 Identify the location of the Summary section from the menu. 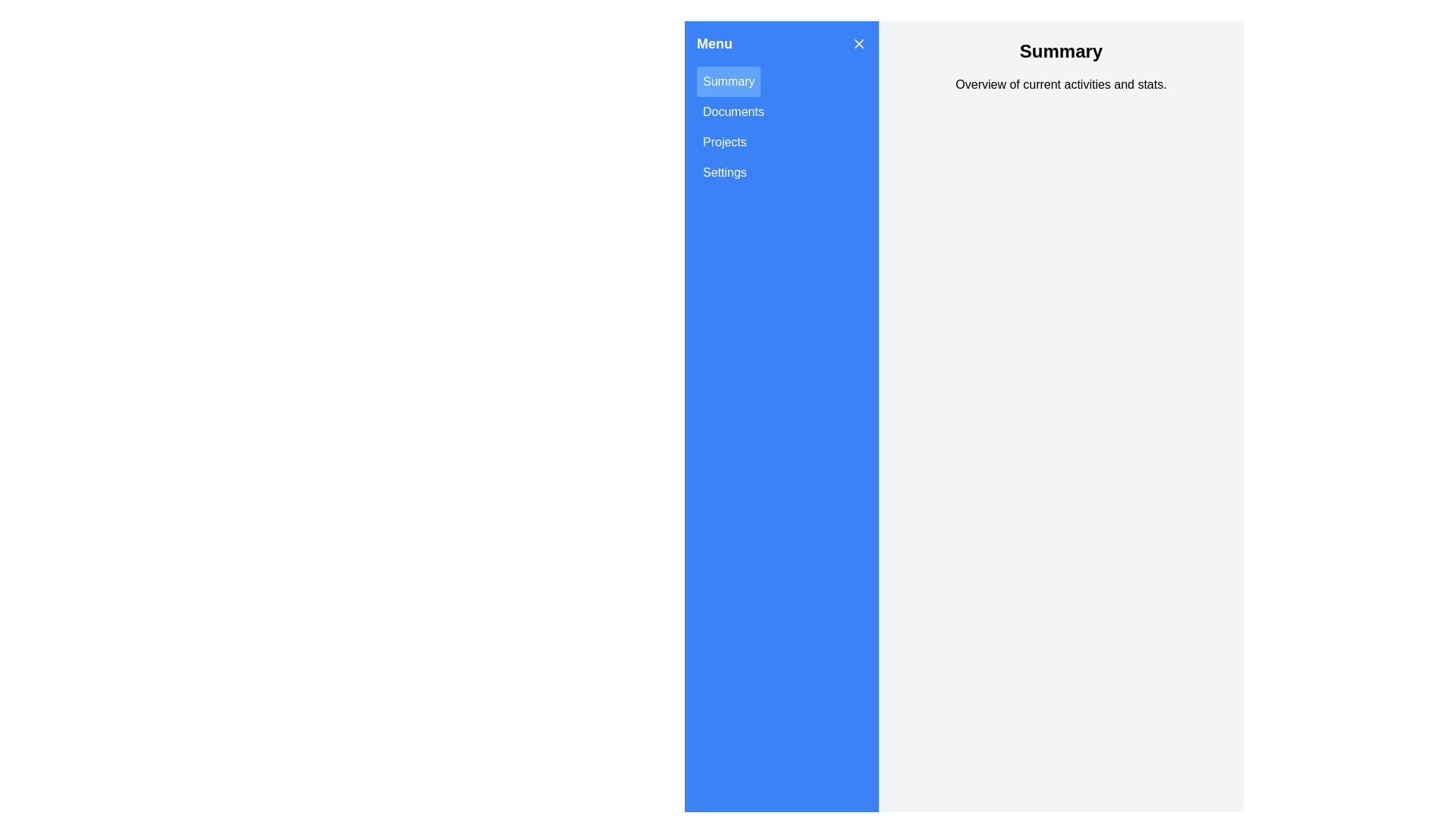
(728, 82).